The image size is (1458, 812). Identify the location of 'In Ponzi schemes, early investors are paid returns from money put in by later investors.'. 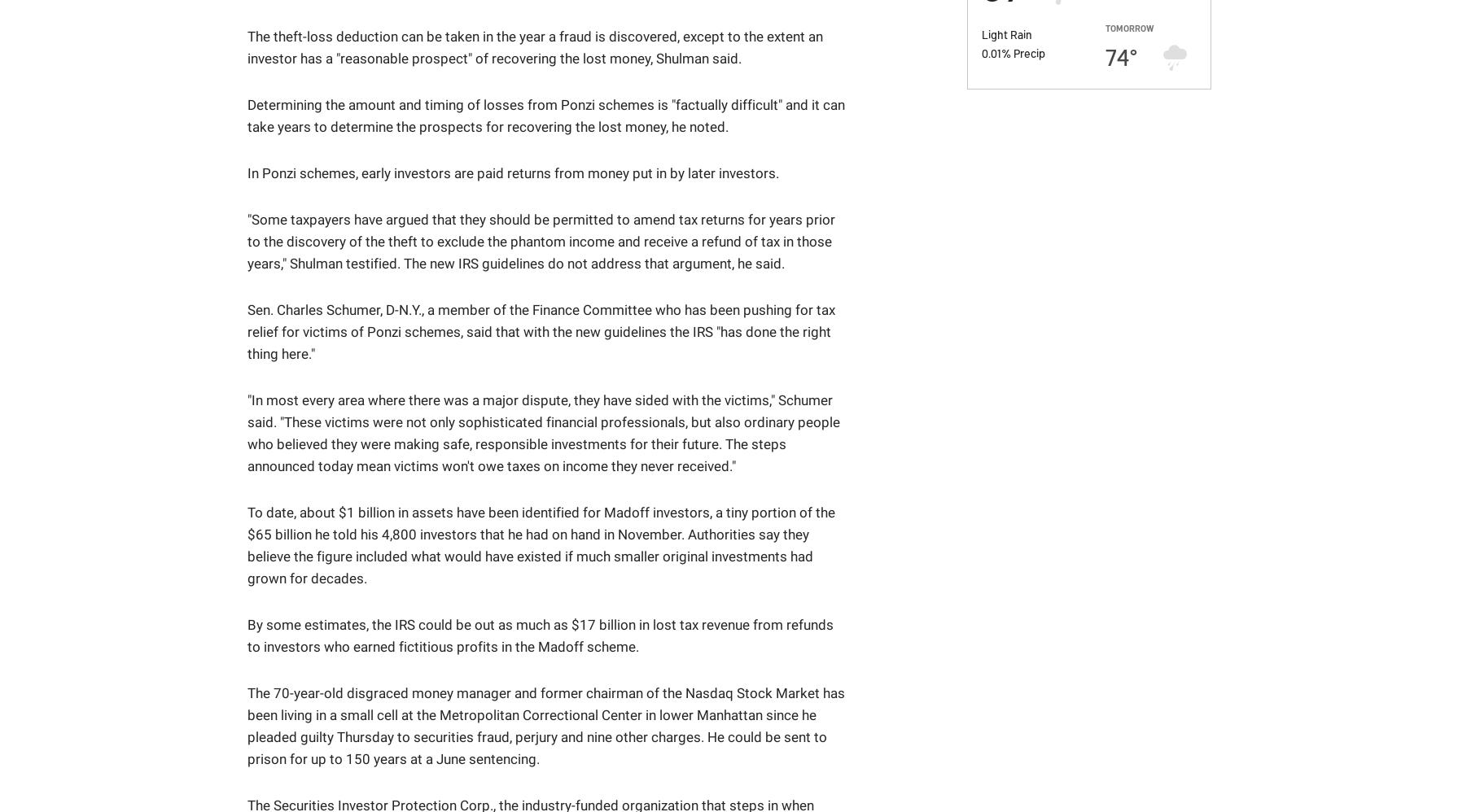
(512, 172).